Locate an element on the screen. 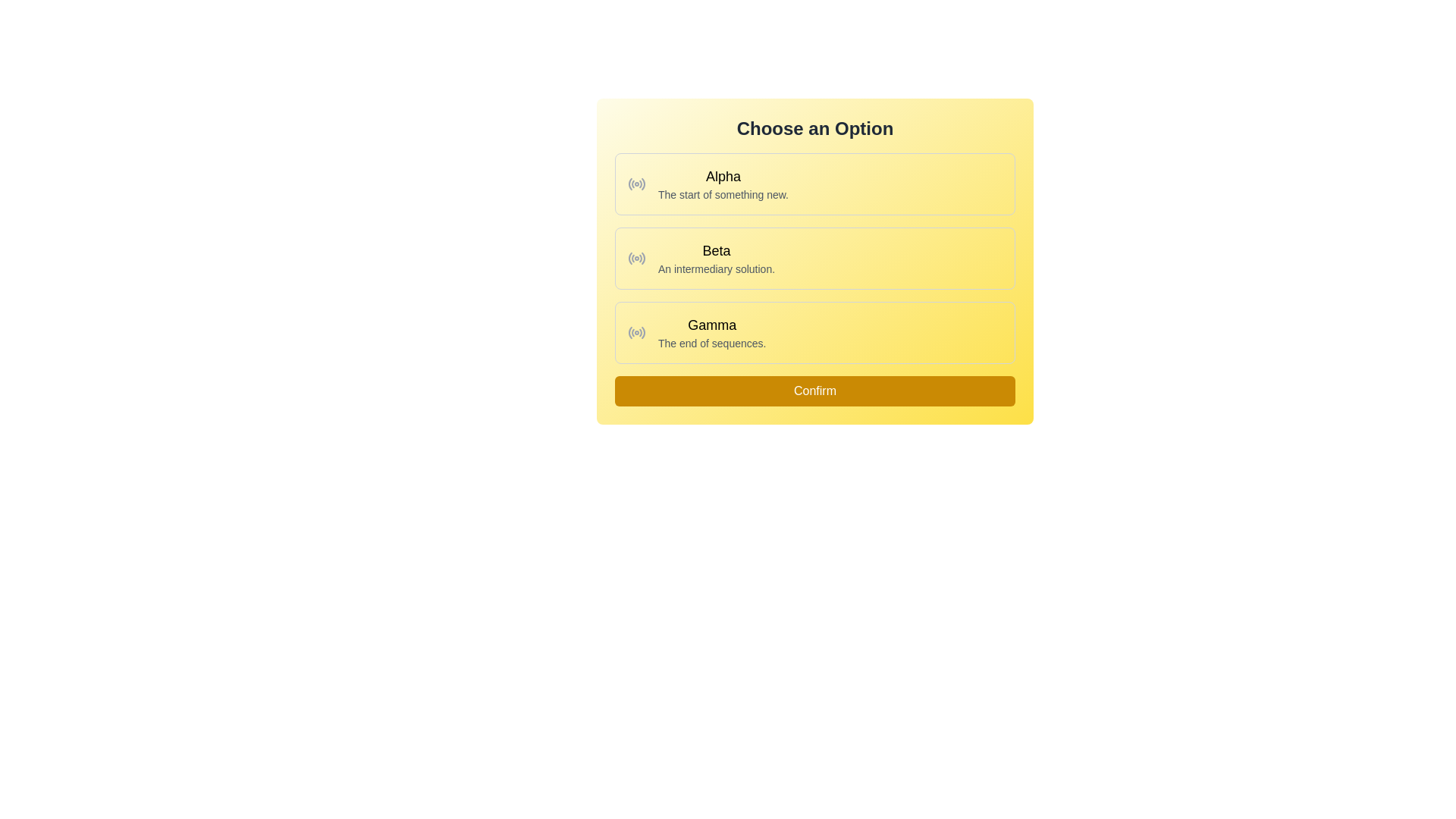 The height and width of the screenshot is (819, 1456). the SVG icon representing the 'Gamma' option, which is positioned in the third option card to the left of the text 'Gamma' and 'The end of sequences.' is located at coordinates (637, 332).